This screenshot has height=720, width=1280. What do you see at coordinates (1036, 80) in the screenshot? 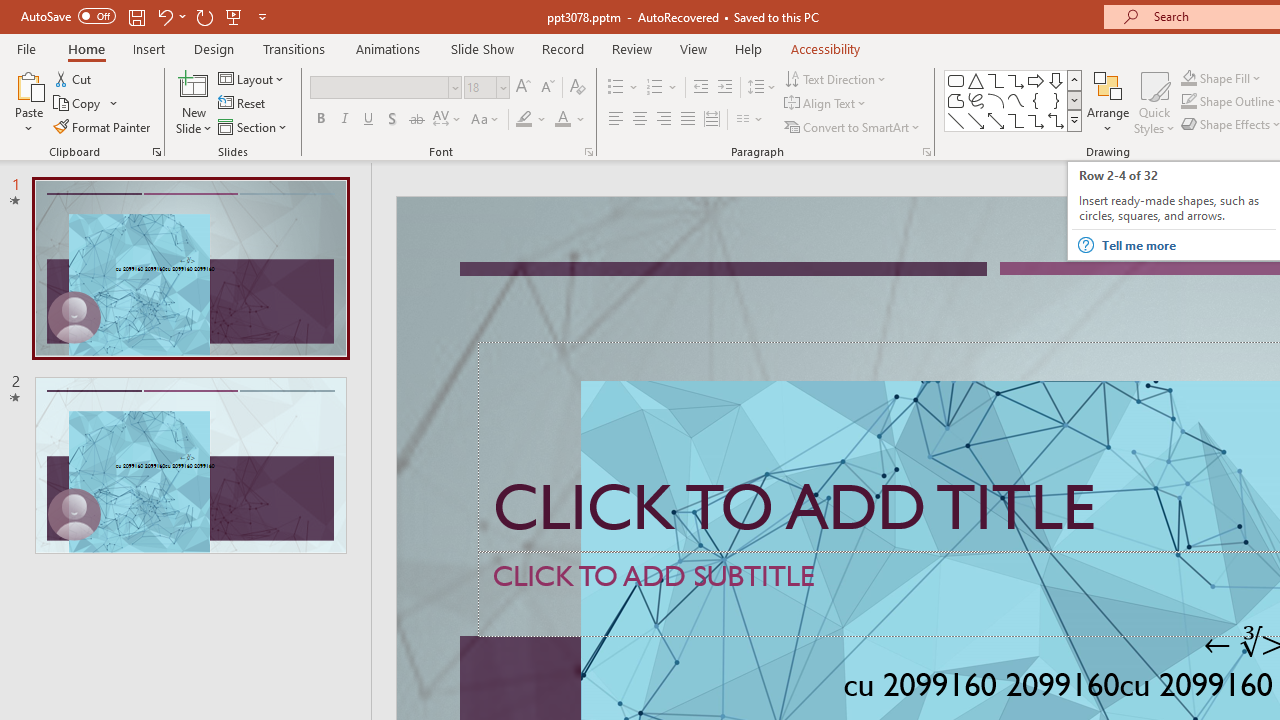
I see `'Arrow: Right'` at bounding box center [1036, 80].